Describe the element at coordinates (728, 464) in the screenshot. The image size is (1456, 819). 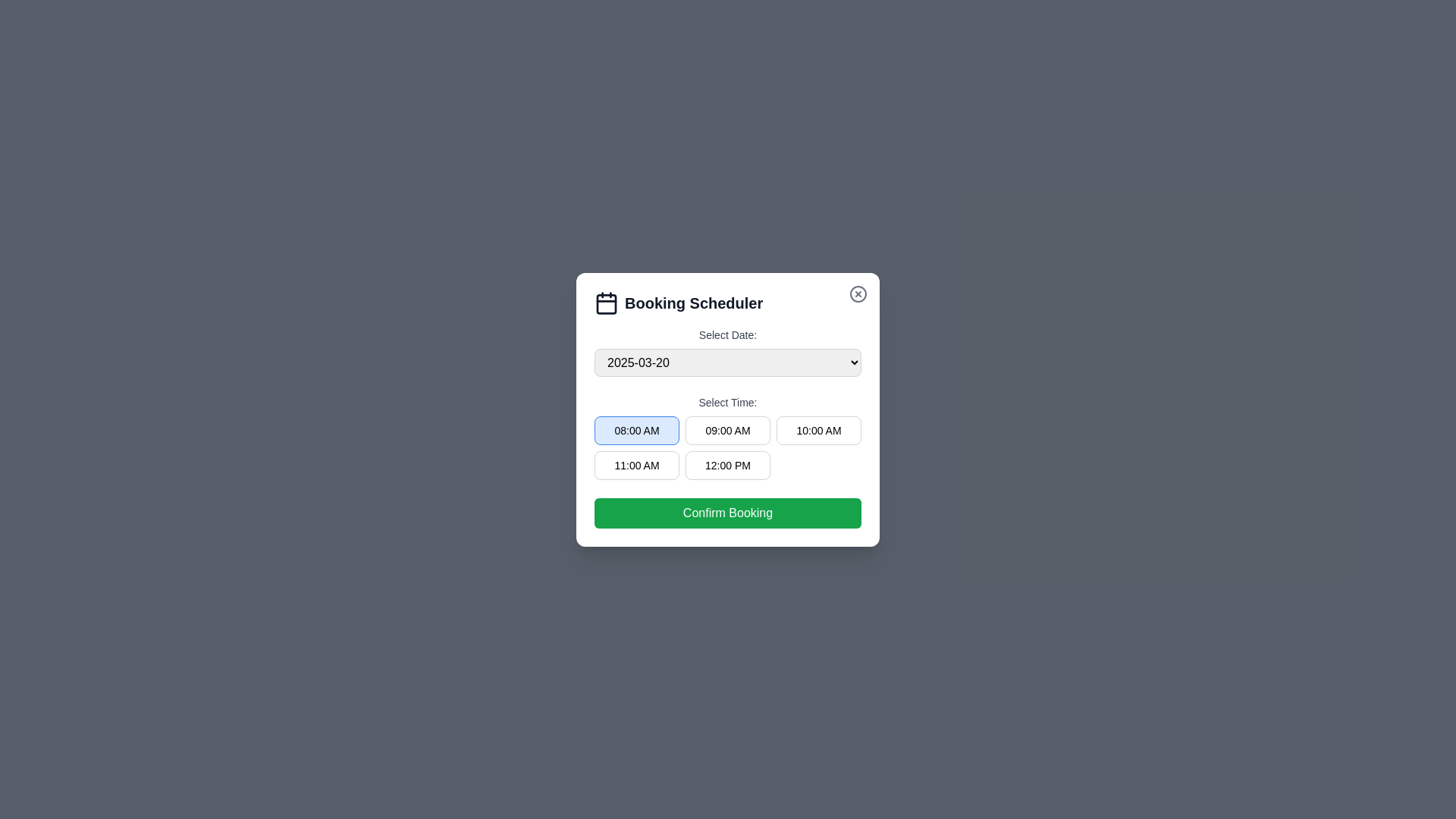
I see `the '12:00 PM' time selection button in the booking scheduler interface` at that location.